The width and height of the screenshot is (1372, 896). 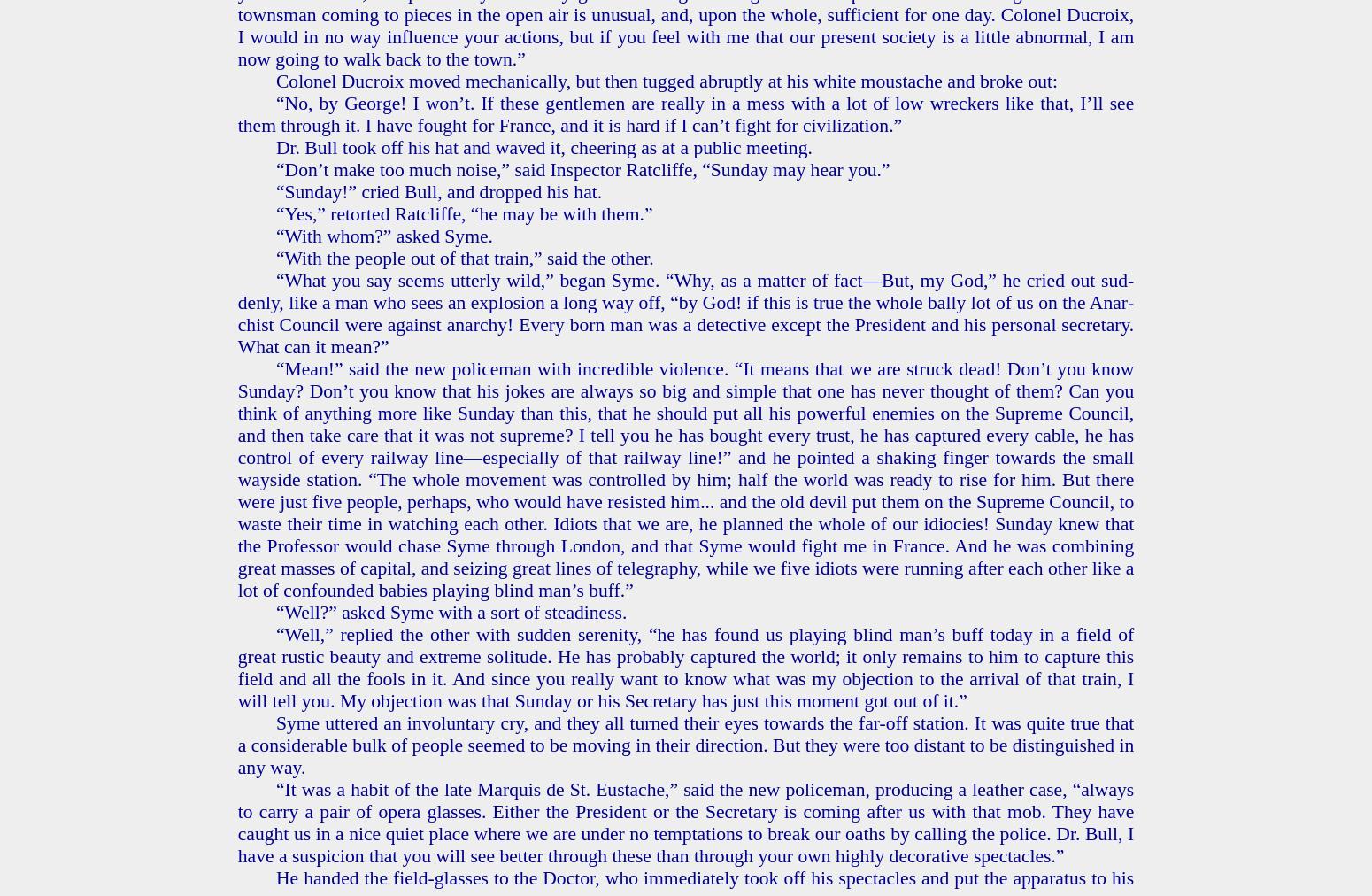 What do you see at coordinates (463, 256) in the screenshot?
I see `'“With the peo­ple out of that train,” said the other.'` at bounding box center [463, 256].